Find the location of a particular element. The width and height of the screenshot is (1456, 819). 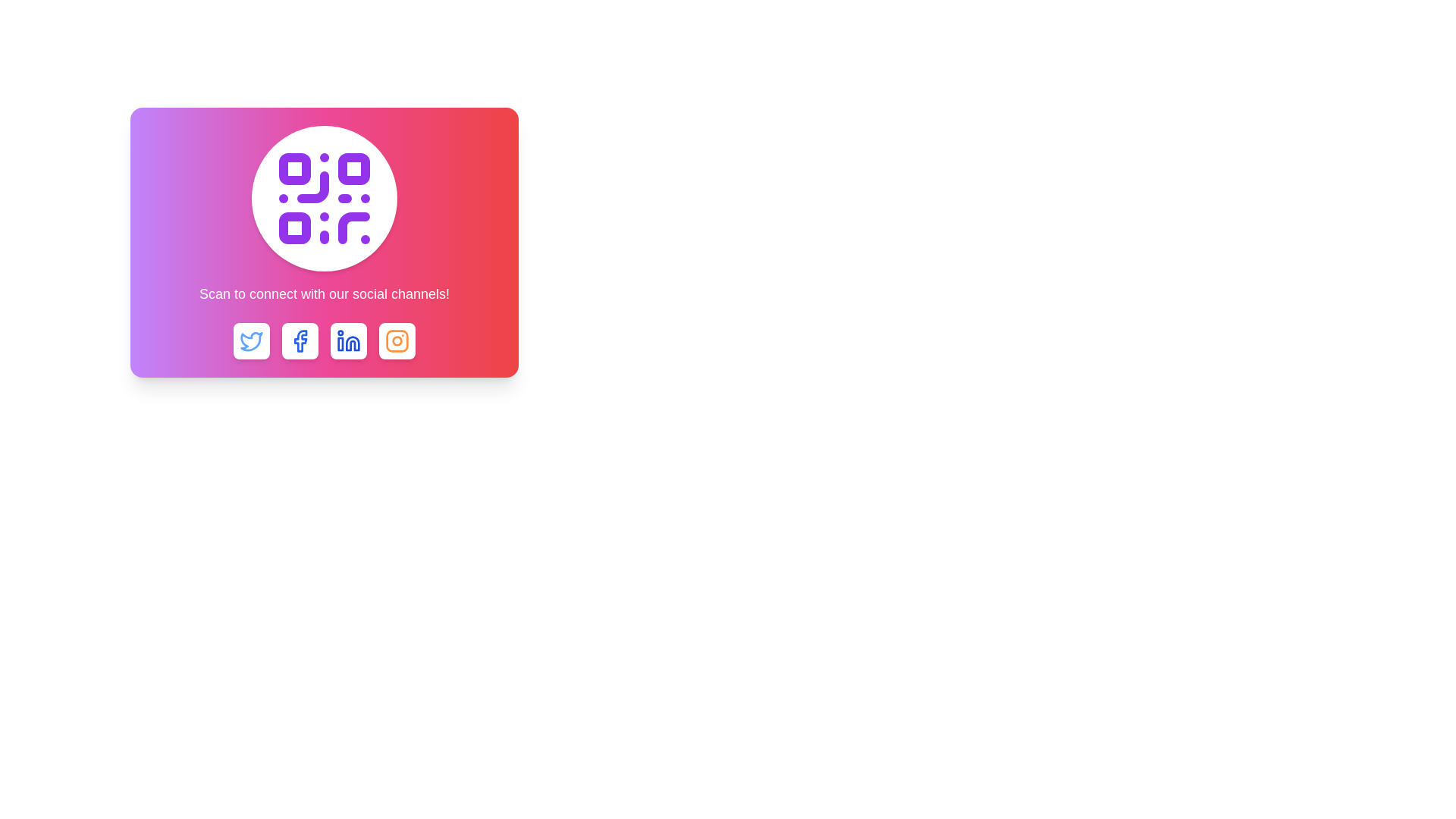

the Twitter icon button located is located at coordinates (251, 341).